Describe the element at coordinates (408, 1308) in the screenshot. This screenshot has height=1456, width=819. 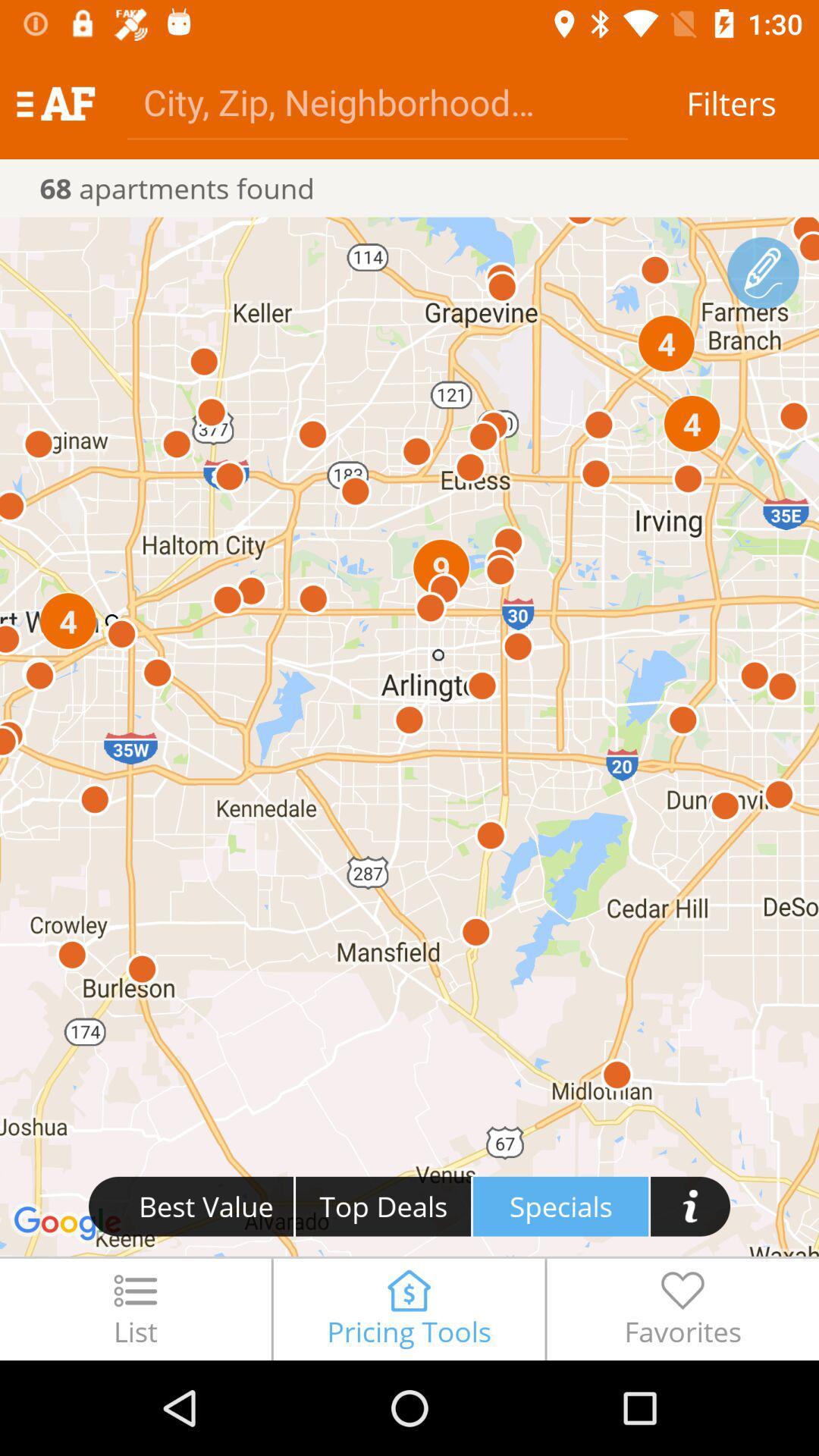
I see `the item next to favorites item` at that location.